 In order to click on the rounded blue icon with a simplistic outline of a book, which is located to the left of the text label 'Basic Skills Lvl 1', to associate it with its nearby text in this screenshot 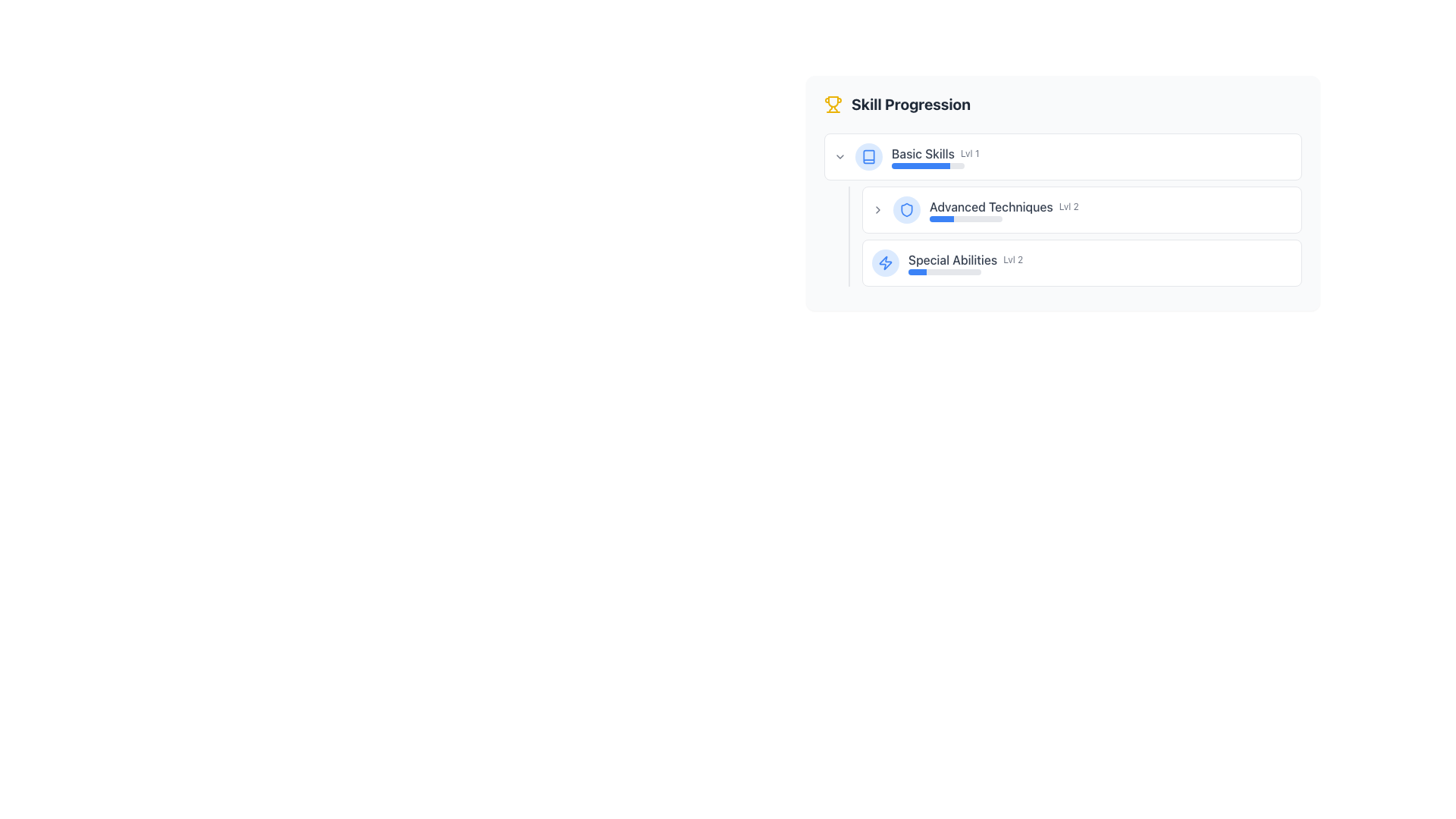, I will do `click(869, 157)`.